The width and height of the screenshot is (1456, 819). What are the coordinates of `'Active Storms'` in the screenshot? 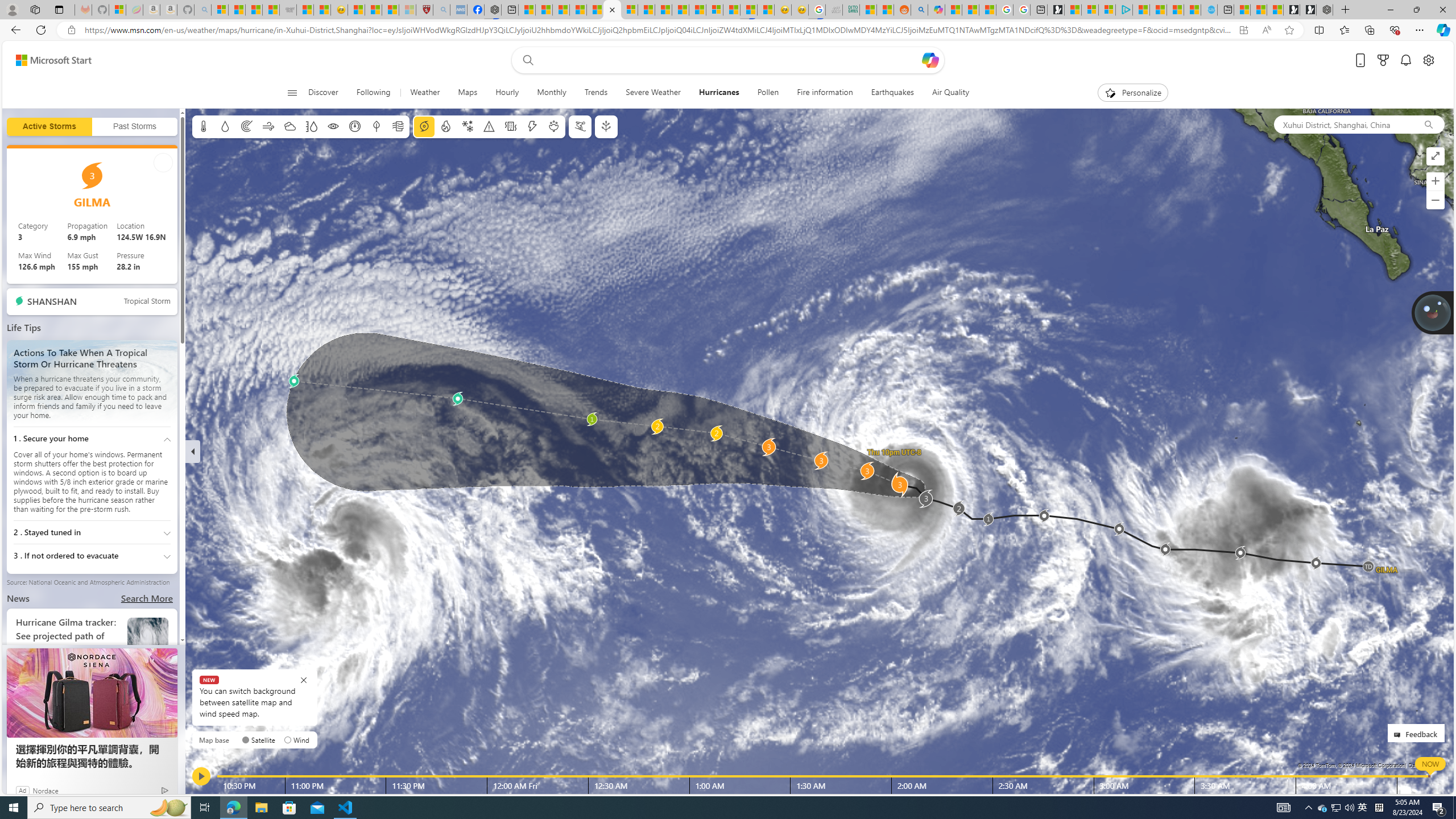 It's located at (49, 126).